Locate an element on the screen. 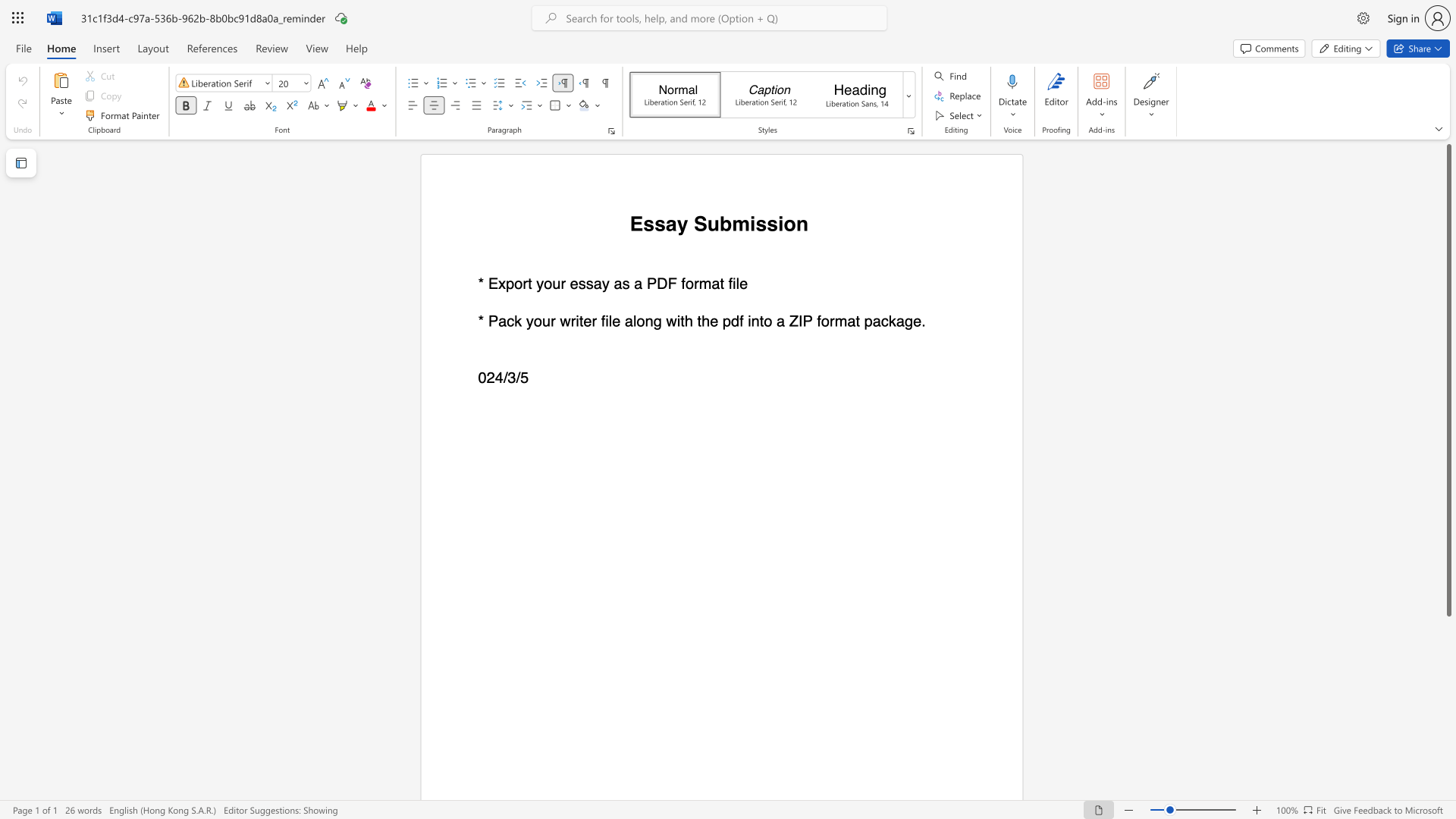 This screenshot has width=1456, height=819. the 1th character "f" in the text is located at coordinates (682, 284).